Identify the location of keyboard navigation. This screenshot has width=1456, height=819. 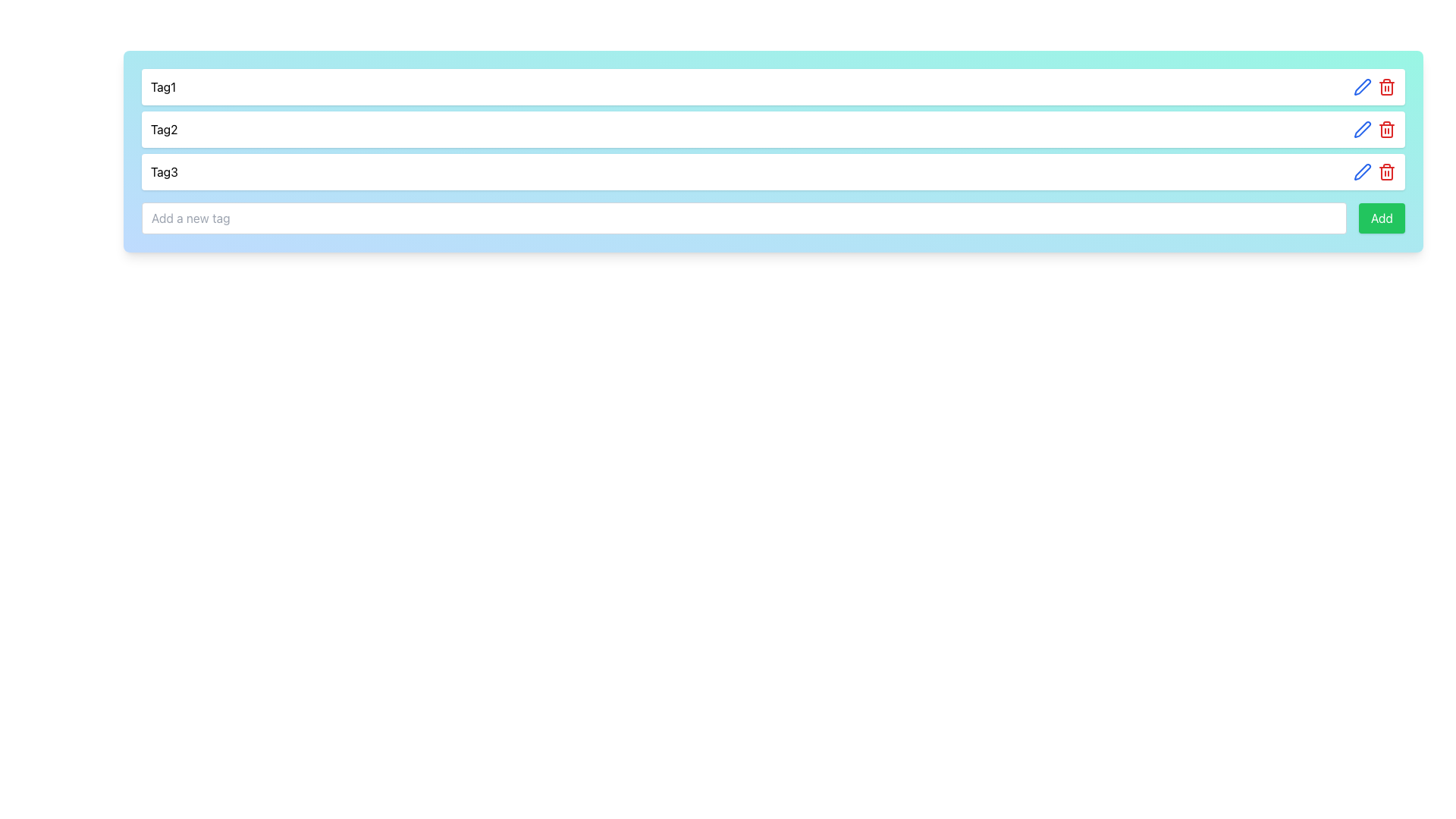
(1382, 218).